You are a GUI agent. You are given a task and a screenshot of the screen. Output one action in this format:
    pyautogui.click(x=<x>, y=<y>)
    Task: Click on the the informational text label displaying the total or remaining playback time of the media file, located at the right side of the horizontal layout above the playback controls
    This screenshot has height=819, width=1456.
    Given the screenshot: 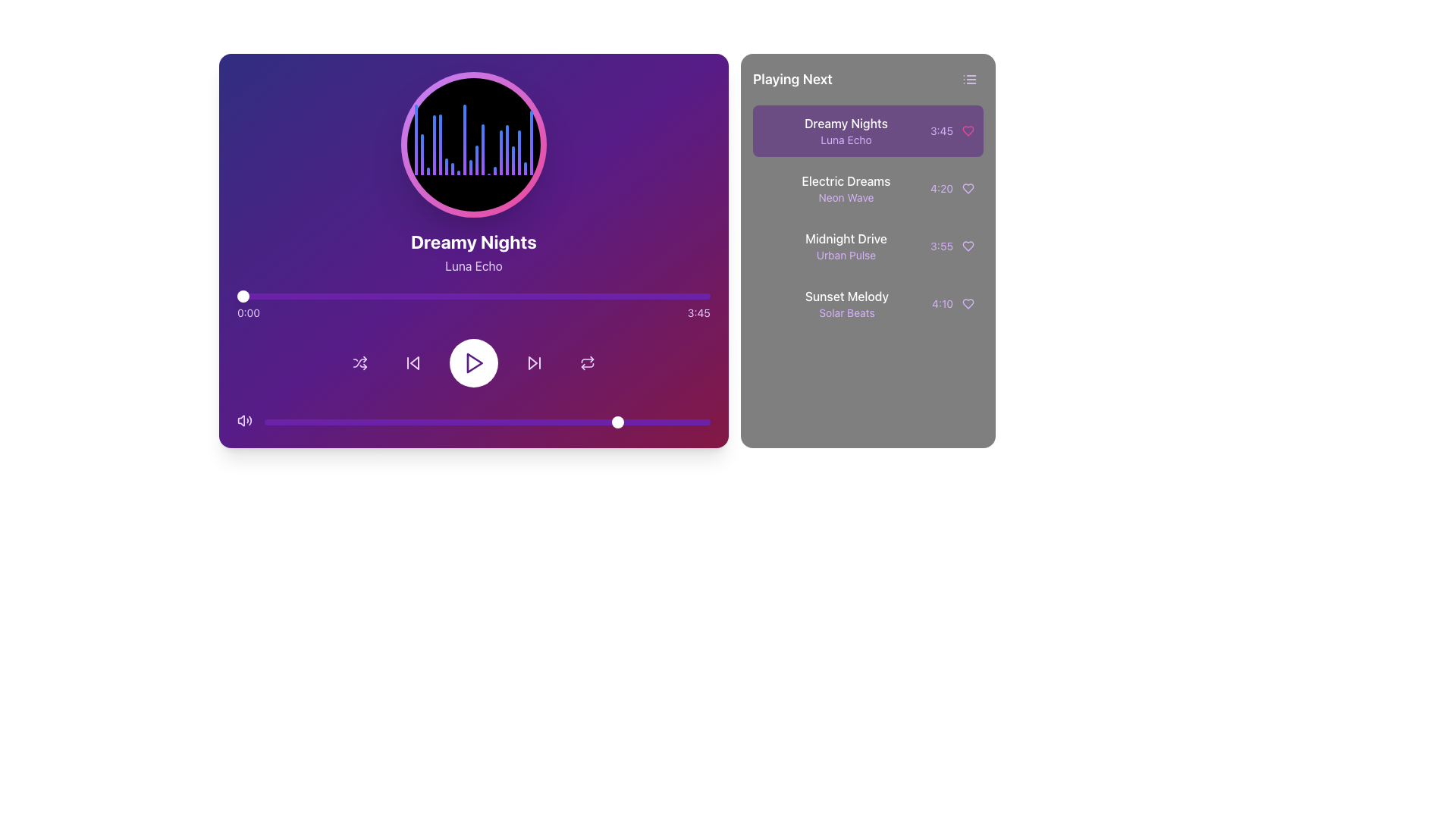 What is the action you would take?
    pyautogui.click(x=698, y=312)
    